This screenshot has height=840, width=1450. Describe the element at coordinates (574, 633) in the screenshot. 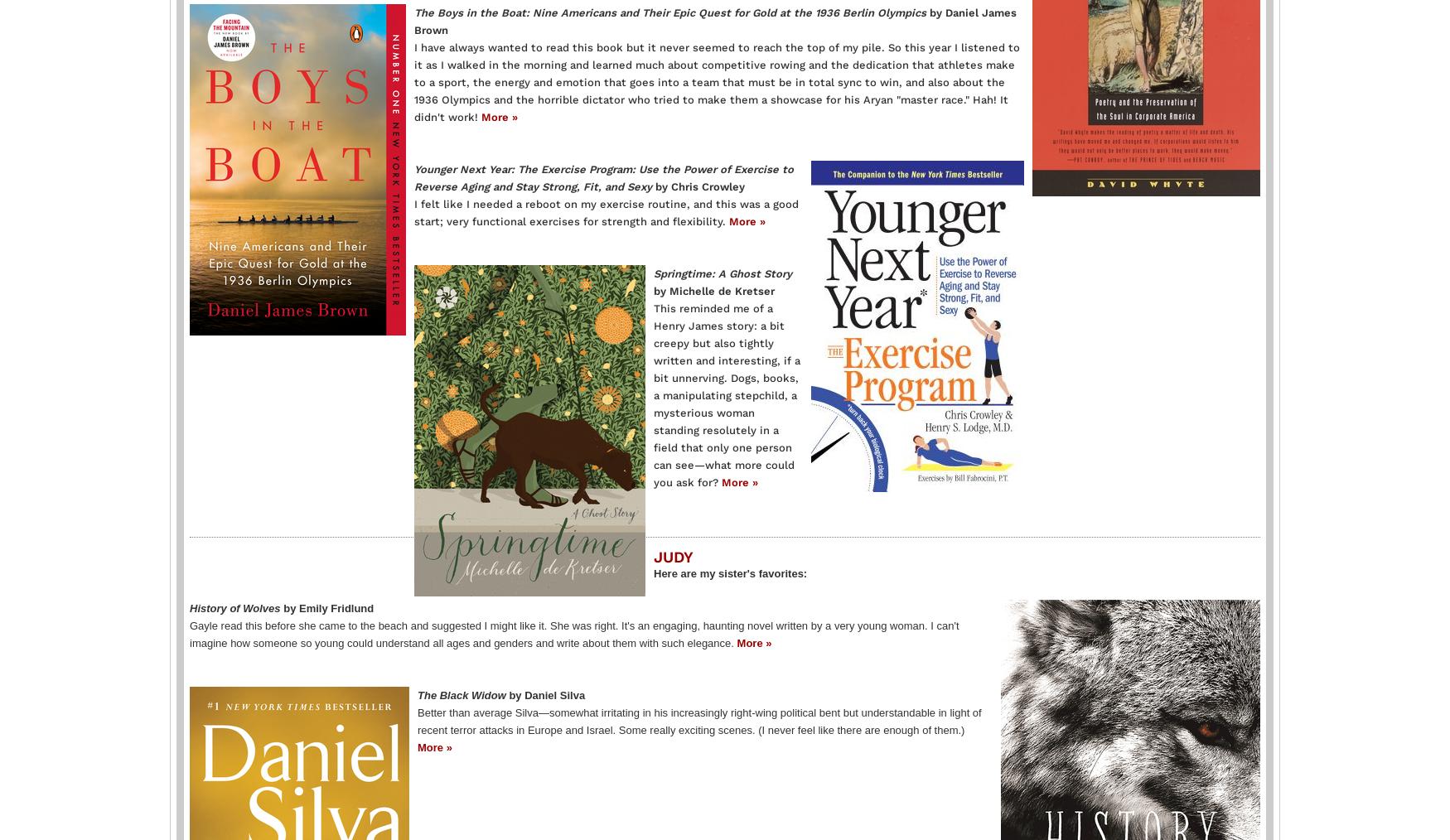

I see `'Gayle read this before she came to the beach and suggested I might like it. She was right. It's an engaging, haunting novel written by a very young woman. I can't imagine how someone so young could understand all ages and genders and write about them with such elegance.'` at that location.